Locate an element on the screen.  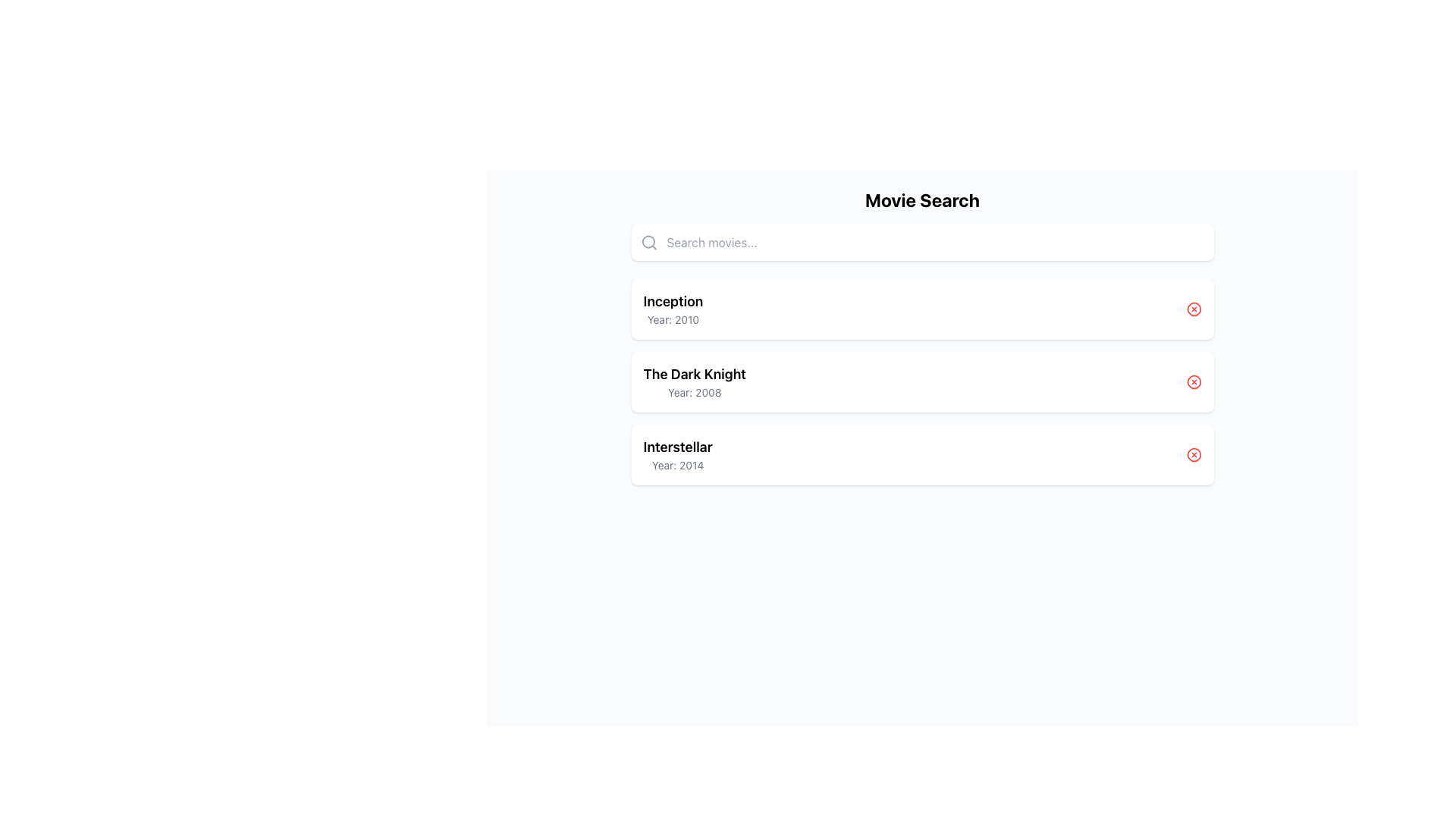
the second list item in the 'Movie Search' section is located at coordinates (921, 381).